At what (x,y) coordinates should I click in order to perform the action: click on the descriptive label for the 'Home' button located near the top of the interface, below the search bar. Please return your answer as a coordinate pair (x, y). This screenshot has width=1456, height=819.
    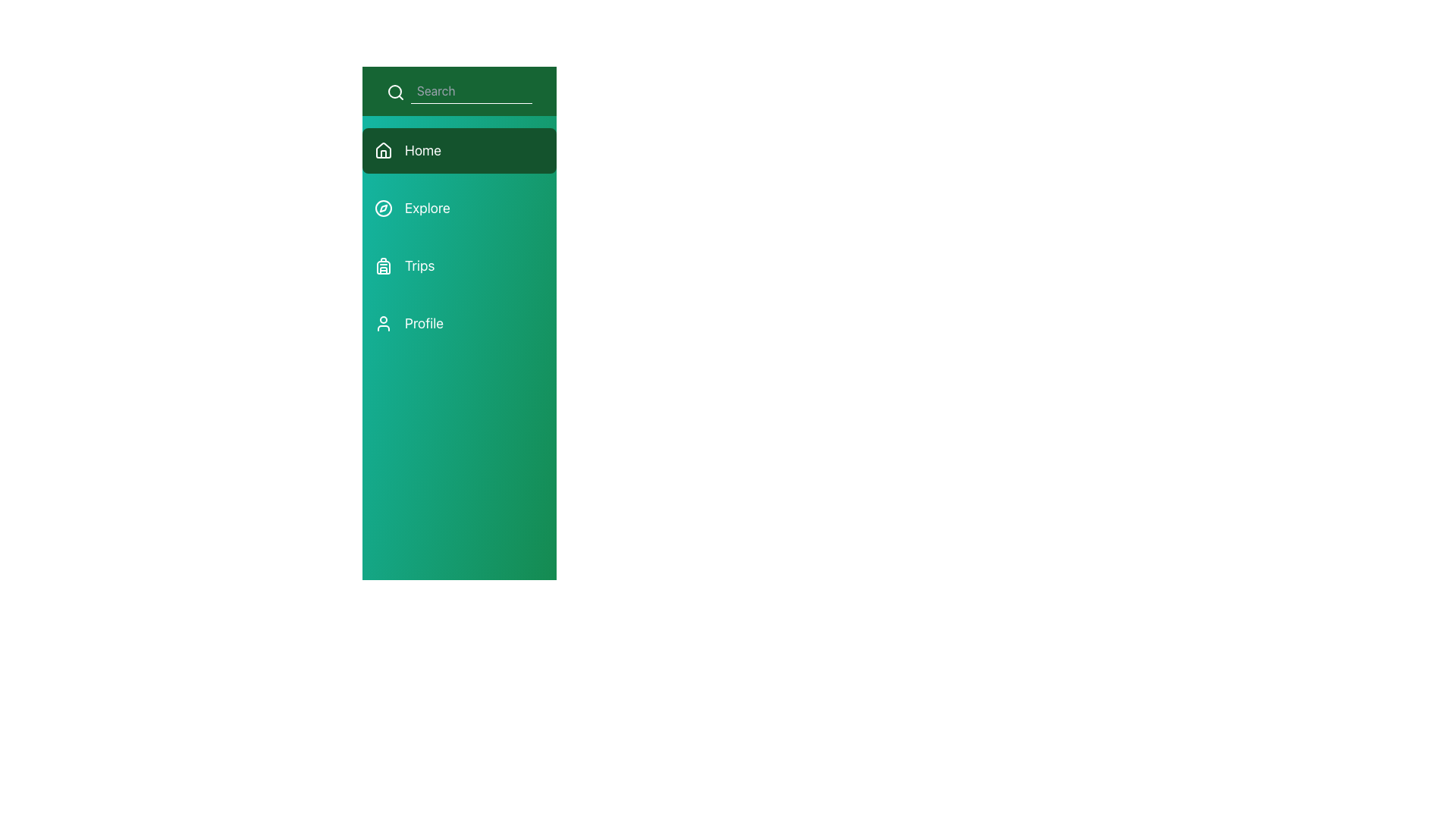
    Looking at the image, I should click on (422, 151).